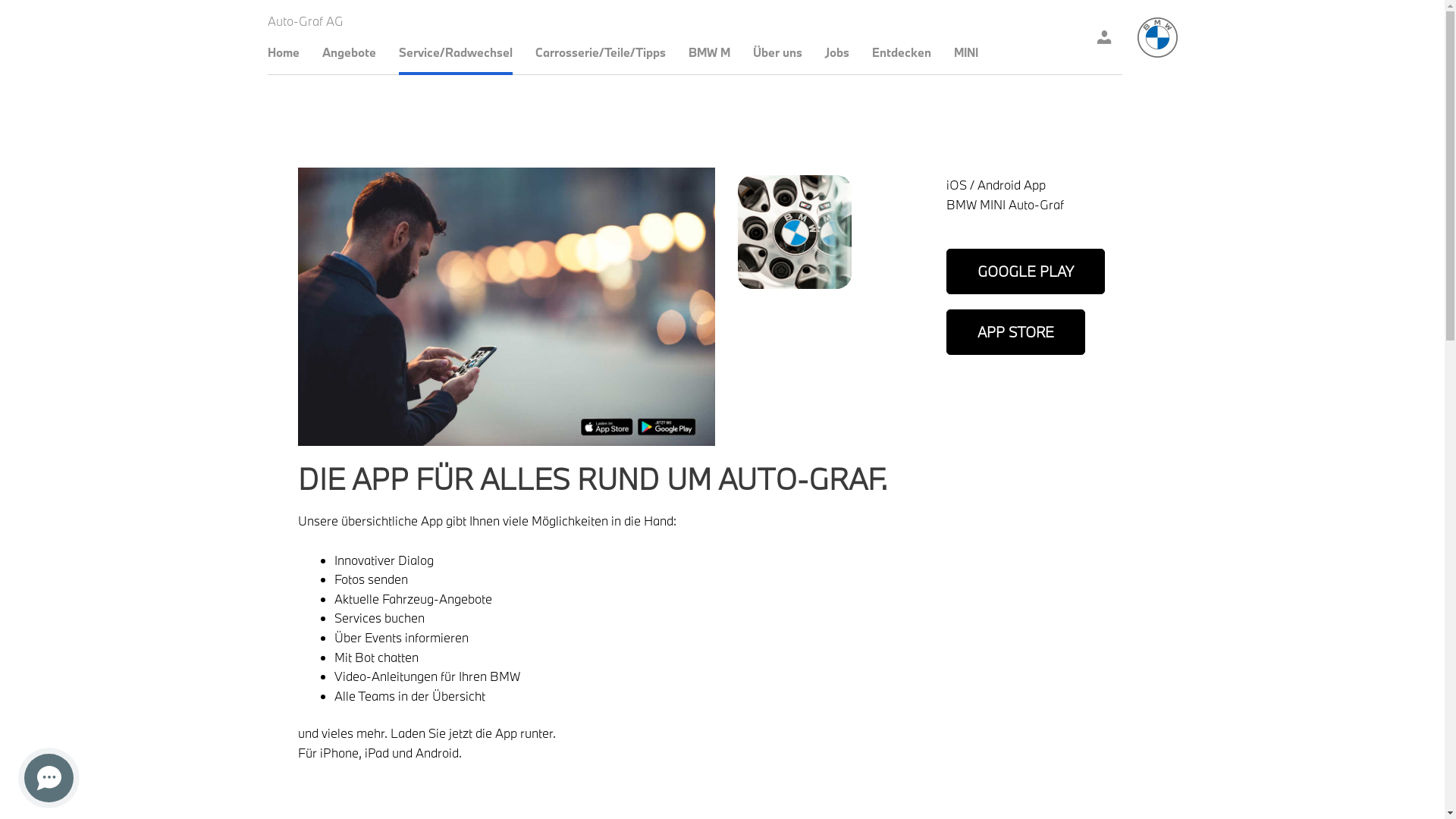 This screenshot has width=1456, height=819. I want to click on 'Entdecken', so click(902, 51).